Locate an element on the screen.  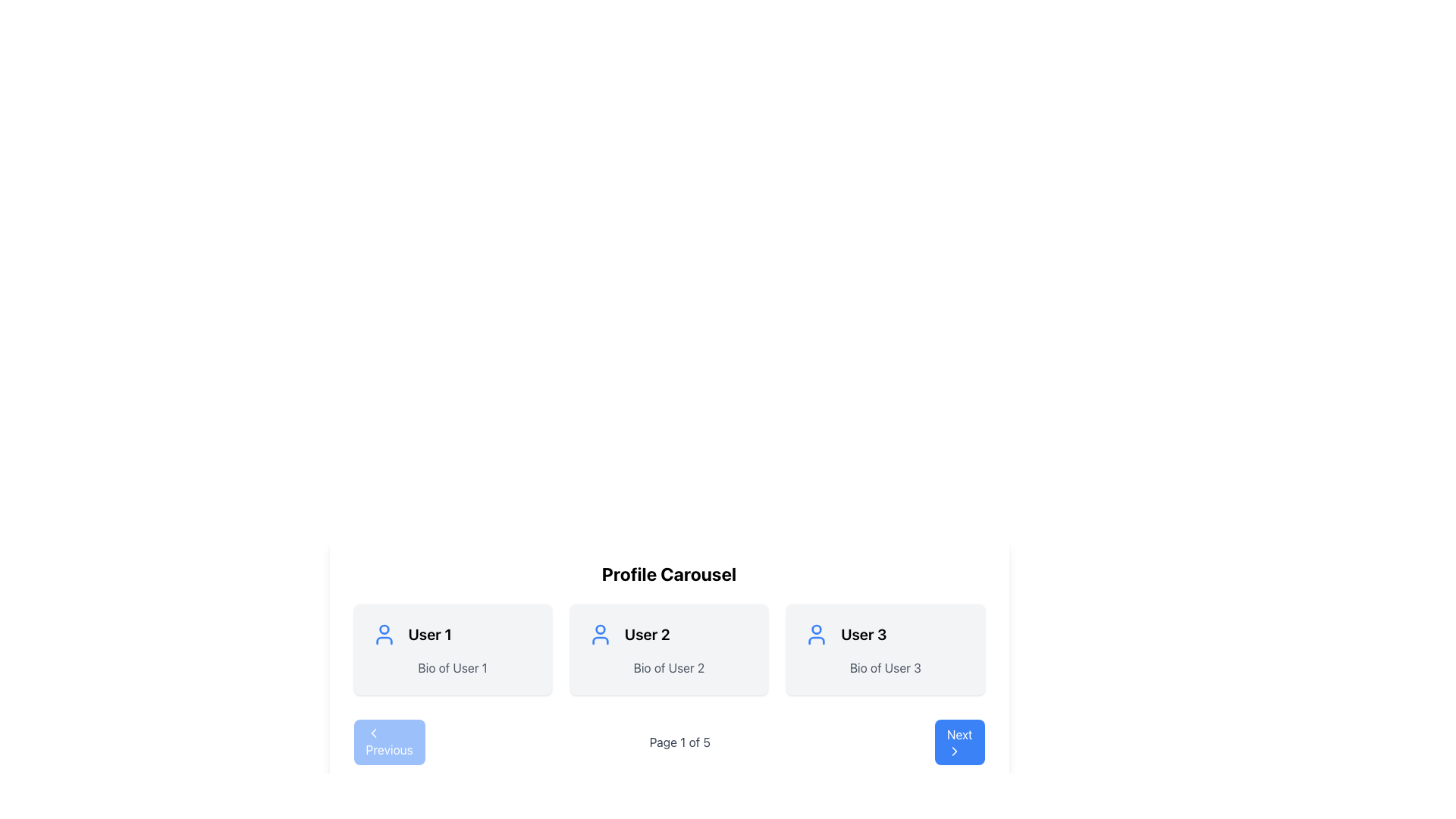
the chevron icon located inside the 'Next' button in the bottom-right corner is located at coordinates (953, 752).